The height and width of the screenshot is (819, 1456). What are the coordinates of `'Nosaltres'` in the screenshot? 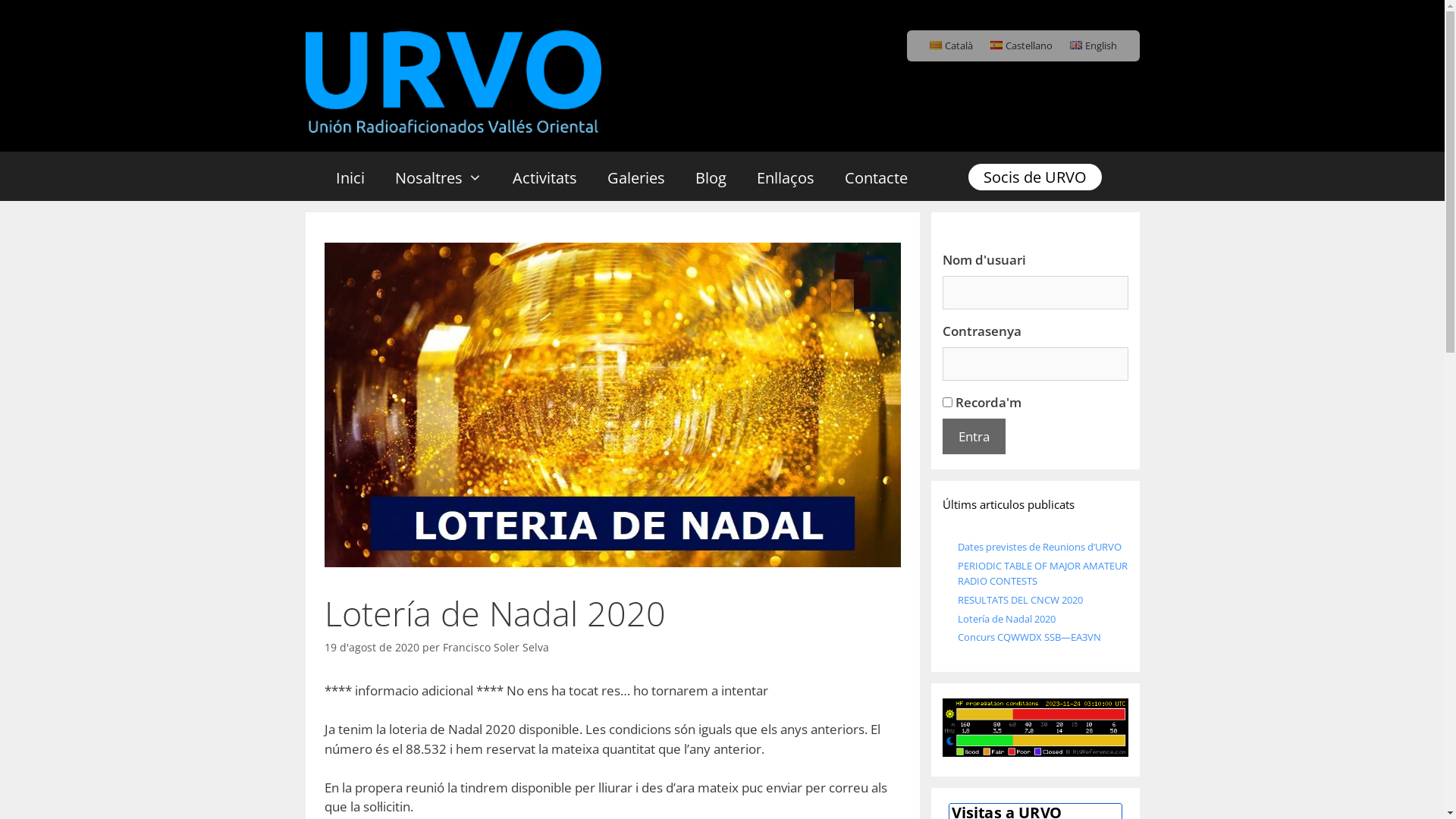 It's located at (437, 177).